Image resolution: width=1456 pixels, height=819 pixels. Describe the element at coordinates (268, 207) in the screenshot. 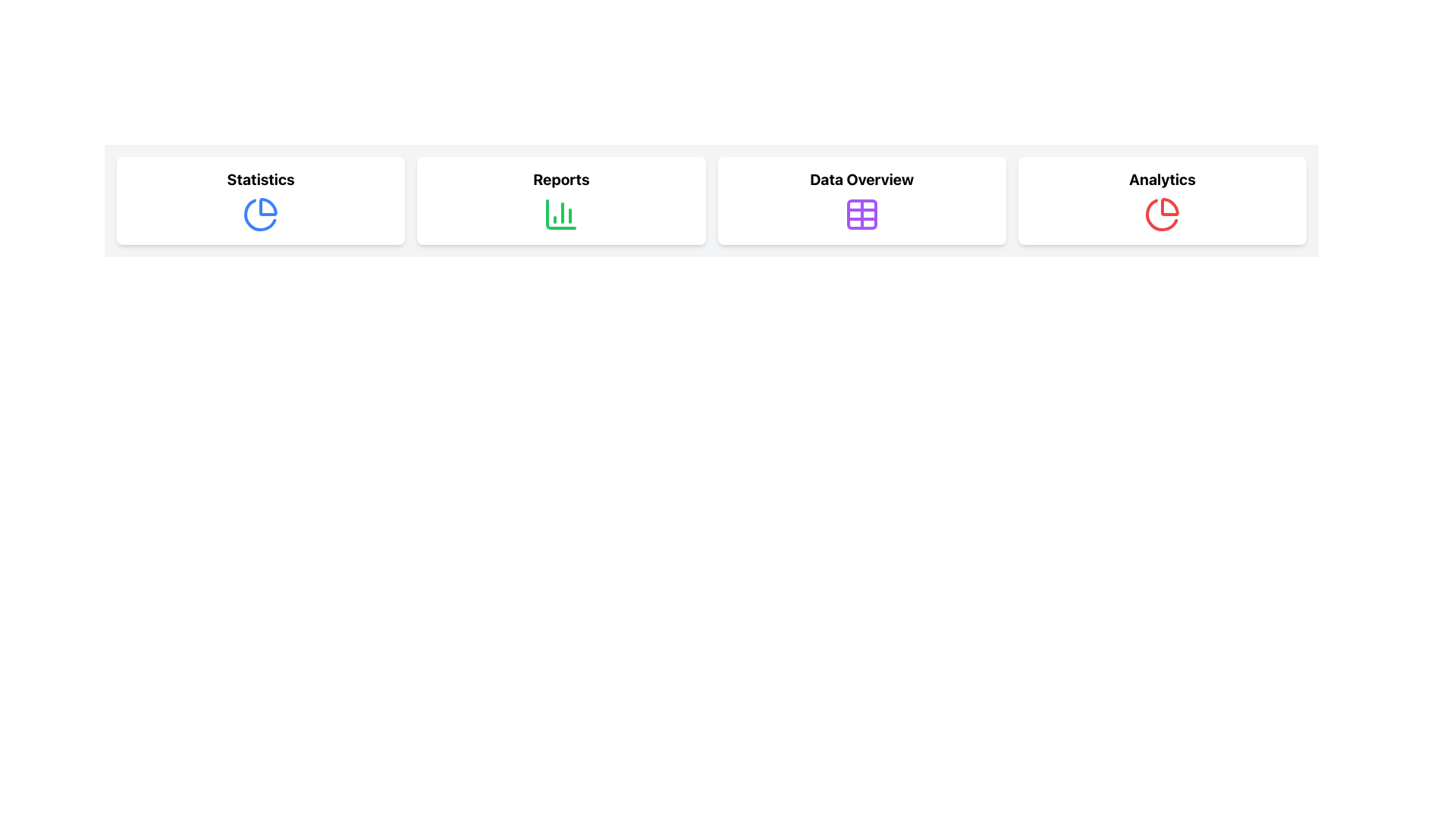

I see `the bottom-most segment of the pie chart icon within the 'Statistics' card, located to the far left among the row of cards on the interface` at that location.